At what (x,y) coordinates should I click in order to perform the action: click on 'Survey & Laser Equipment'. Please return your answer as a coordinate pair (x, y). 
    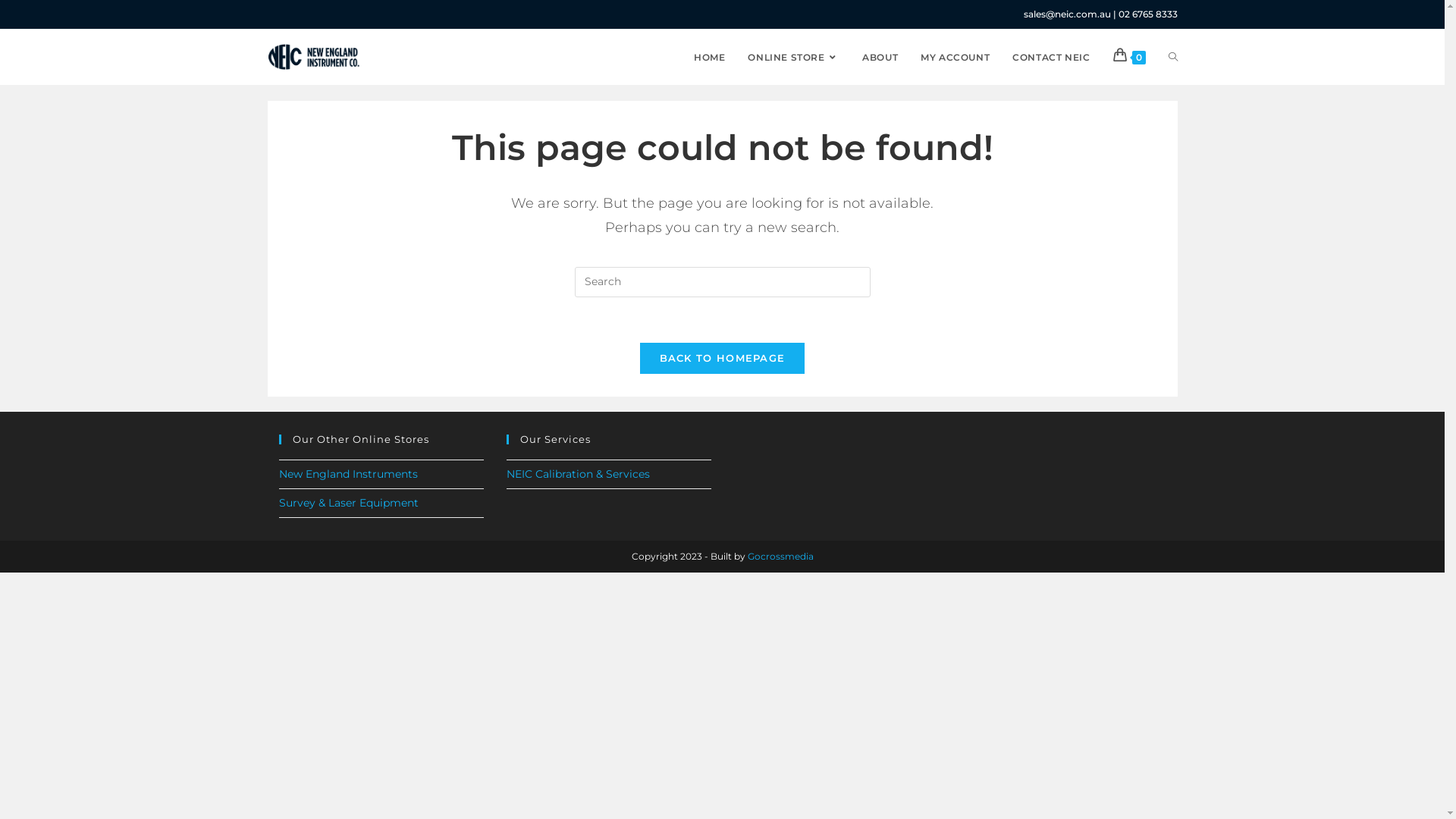
    Looking at the image, I should click on (348, 503).